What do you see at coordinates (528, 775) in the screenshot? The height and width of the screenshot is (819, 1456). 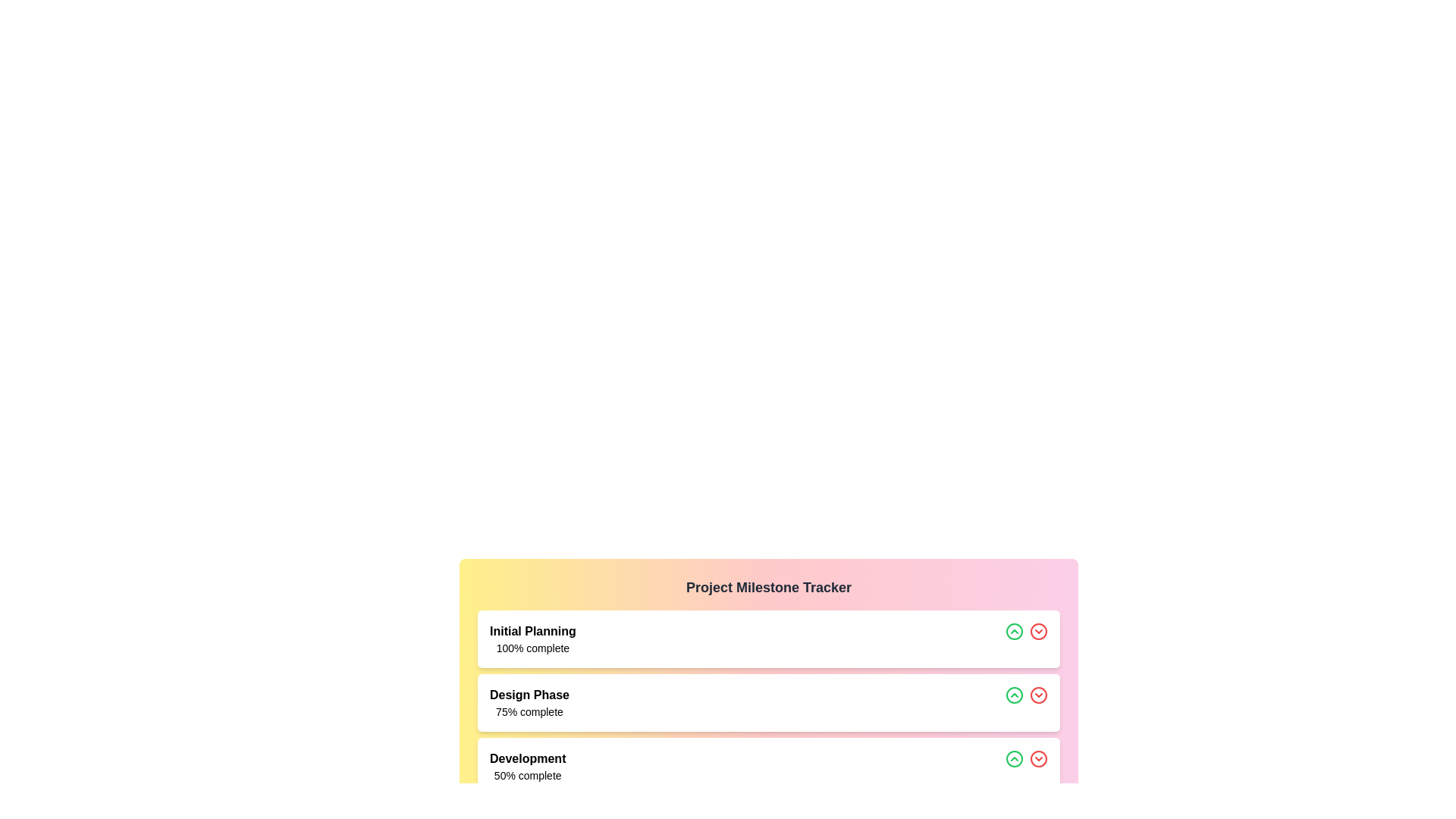 I see `the Text Label indicating that the 'Development' milestone is 50% complete, located beneath the title text 'Development'` at bounding box center [528, 775].